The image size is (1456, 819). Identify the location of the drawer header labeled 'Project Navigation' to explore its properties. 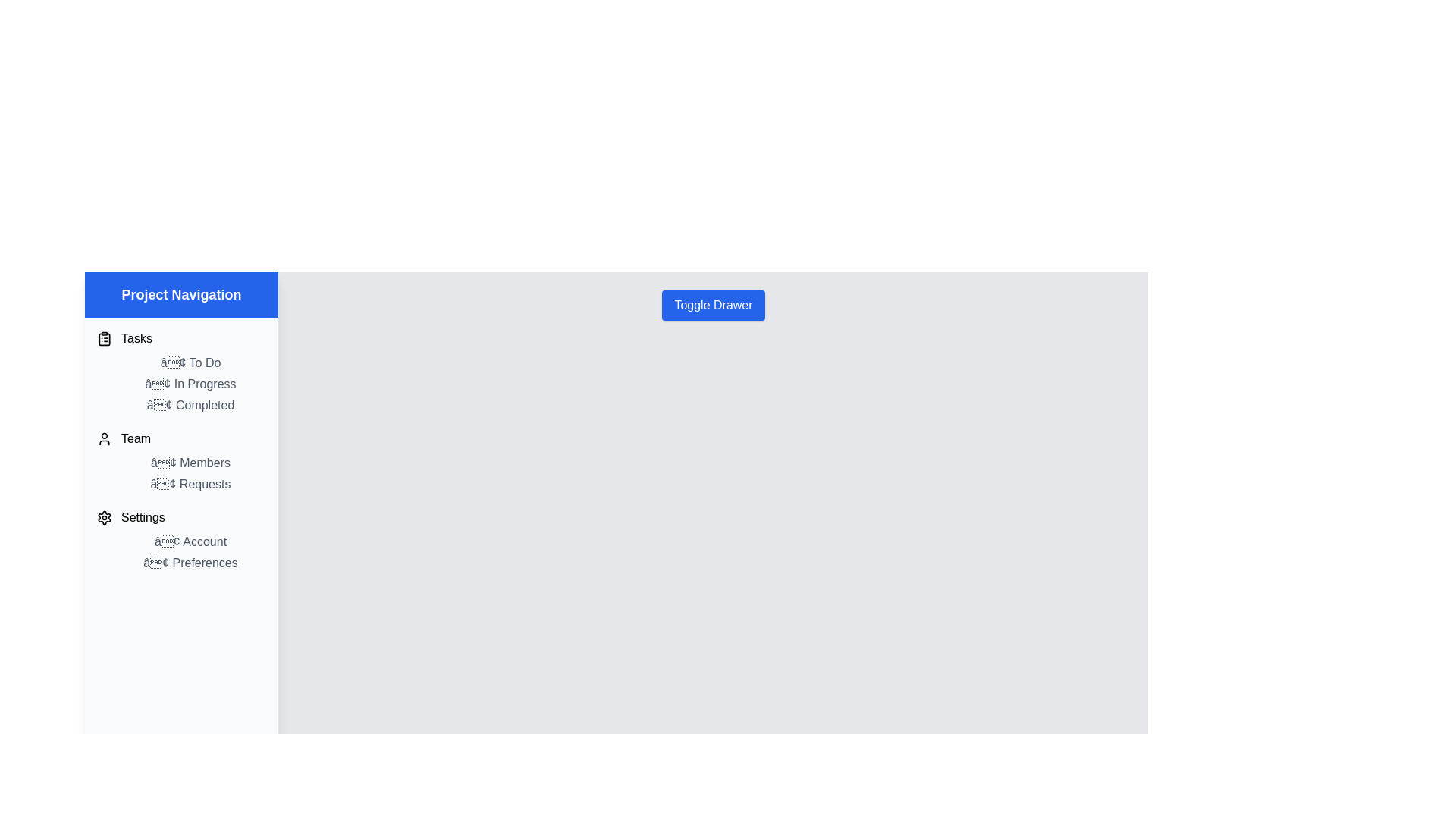
(181, 295).